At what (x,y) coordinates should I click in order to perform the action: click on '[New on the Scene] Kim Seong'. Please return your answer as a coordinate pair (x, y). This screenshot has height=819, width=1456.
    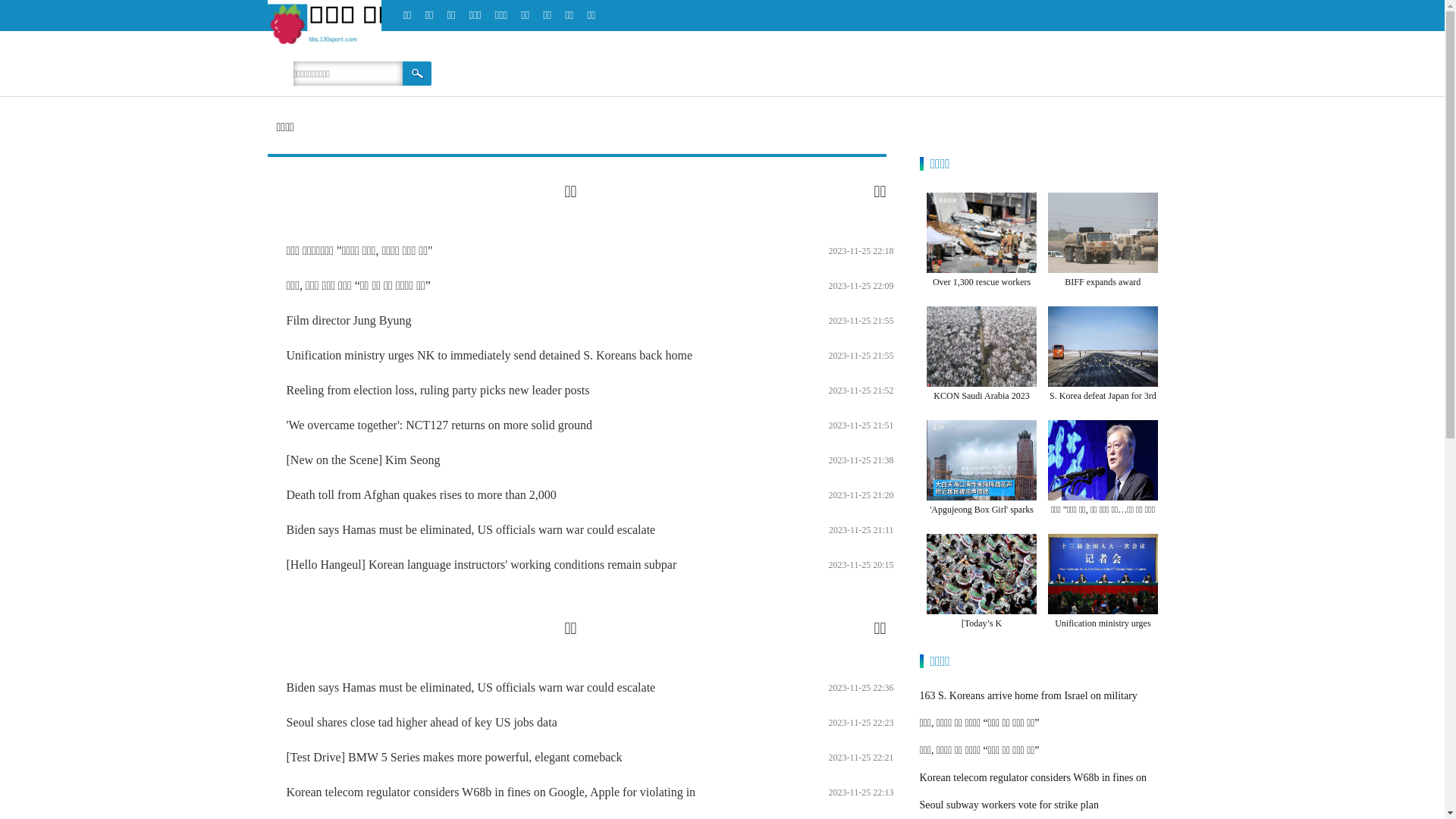
    Looking at the image, I should click on (362, 459).